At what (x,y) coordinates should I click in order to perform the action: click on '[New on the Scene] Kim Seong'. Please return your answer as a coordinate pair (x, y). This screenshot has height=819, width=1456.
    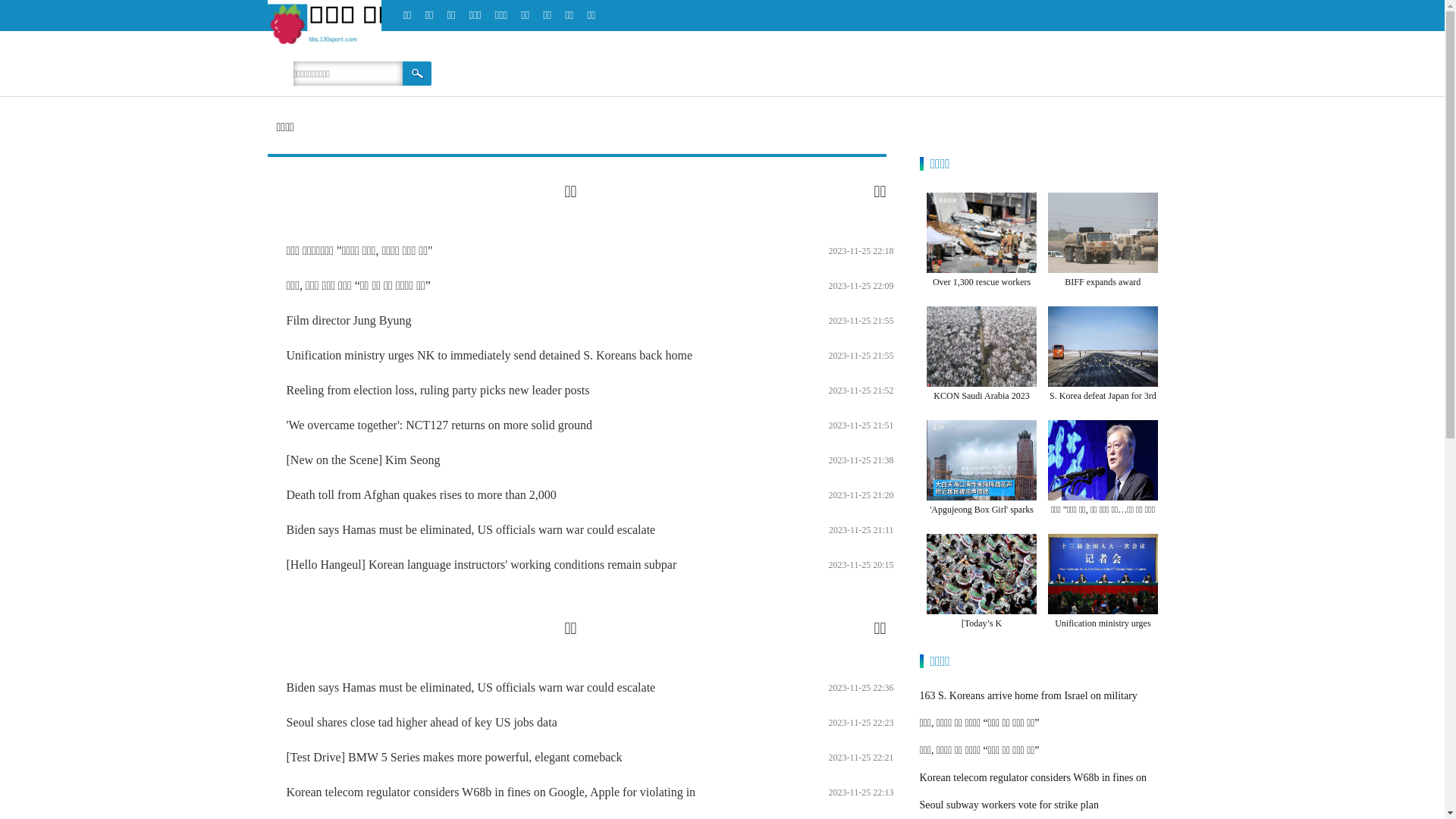
    Looking at the image, I should click on (362, 459).